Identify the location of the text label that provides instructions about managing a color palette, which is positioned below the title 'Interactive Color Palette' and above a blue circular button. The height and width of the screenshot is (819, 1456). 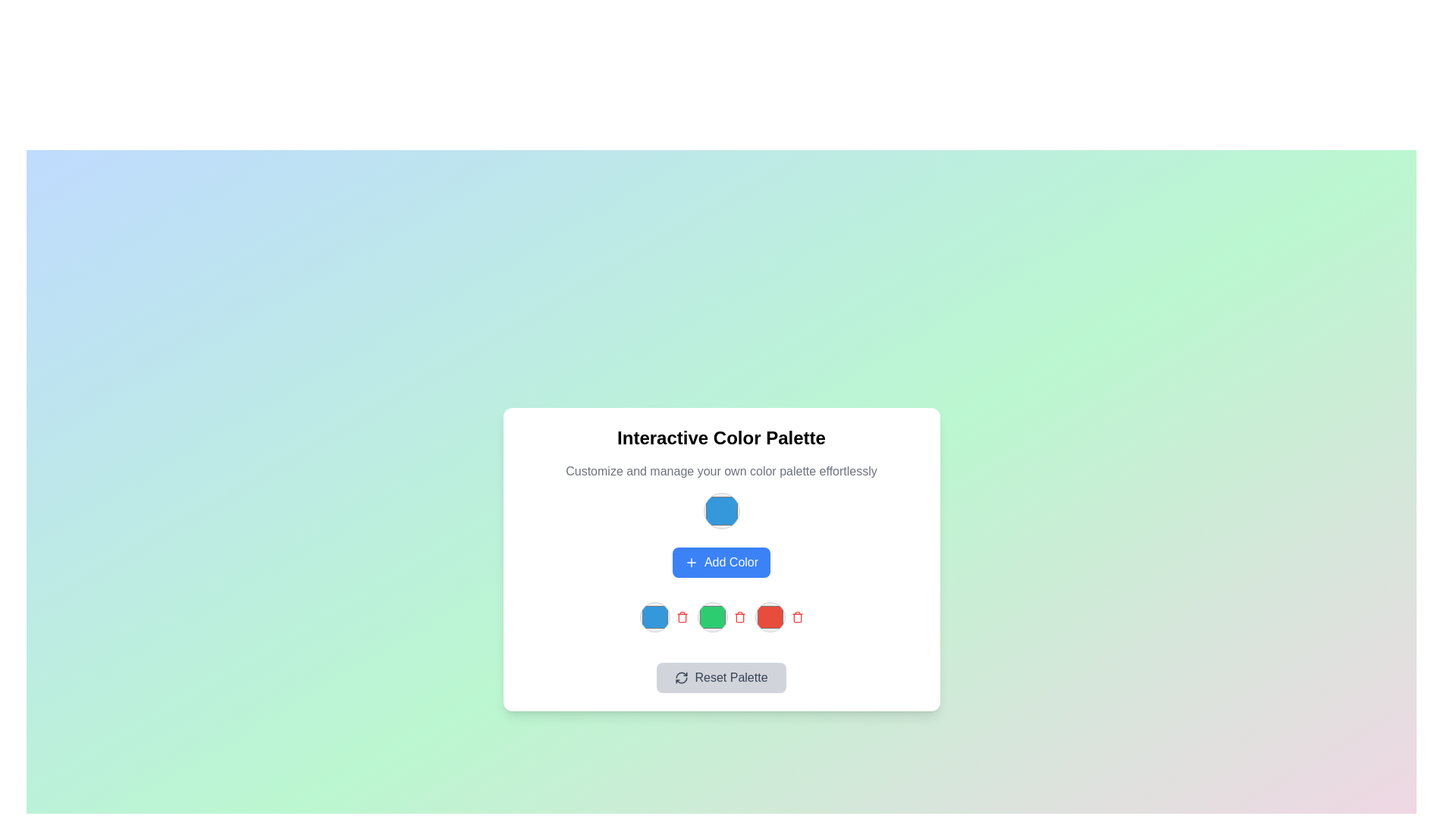
(720, 470).